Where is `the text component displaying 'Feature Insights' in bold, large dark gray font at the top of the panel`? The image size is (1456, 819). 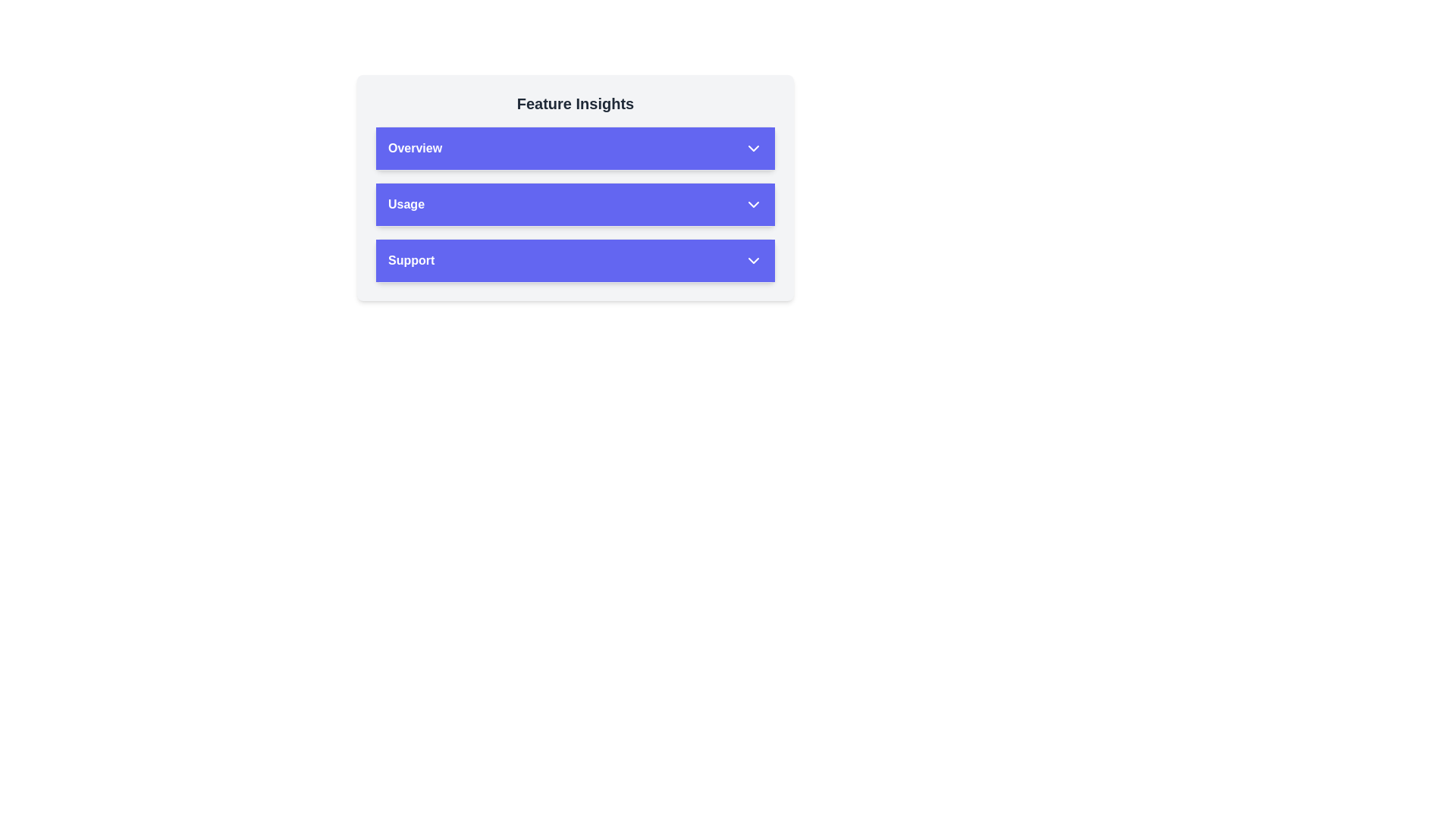 the text component displaying 'Feature Insights' in bold, large dark gray font at the top of the panel is located at coordinates (574, 103).